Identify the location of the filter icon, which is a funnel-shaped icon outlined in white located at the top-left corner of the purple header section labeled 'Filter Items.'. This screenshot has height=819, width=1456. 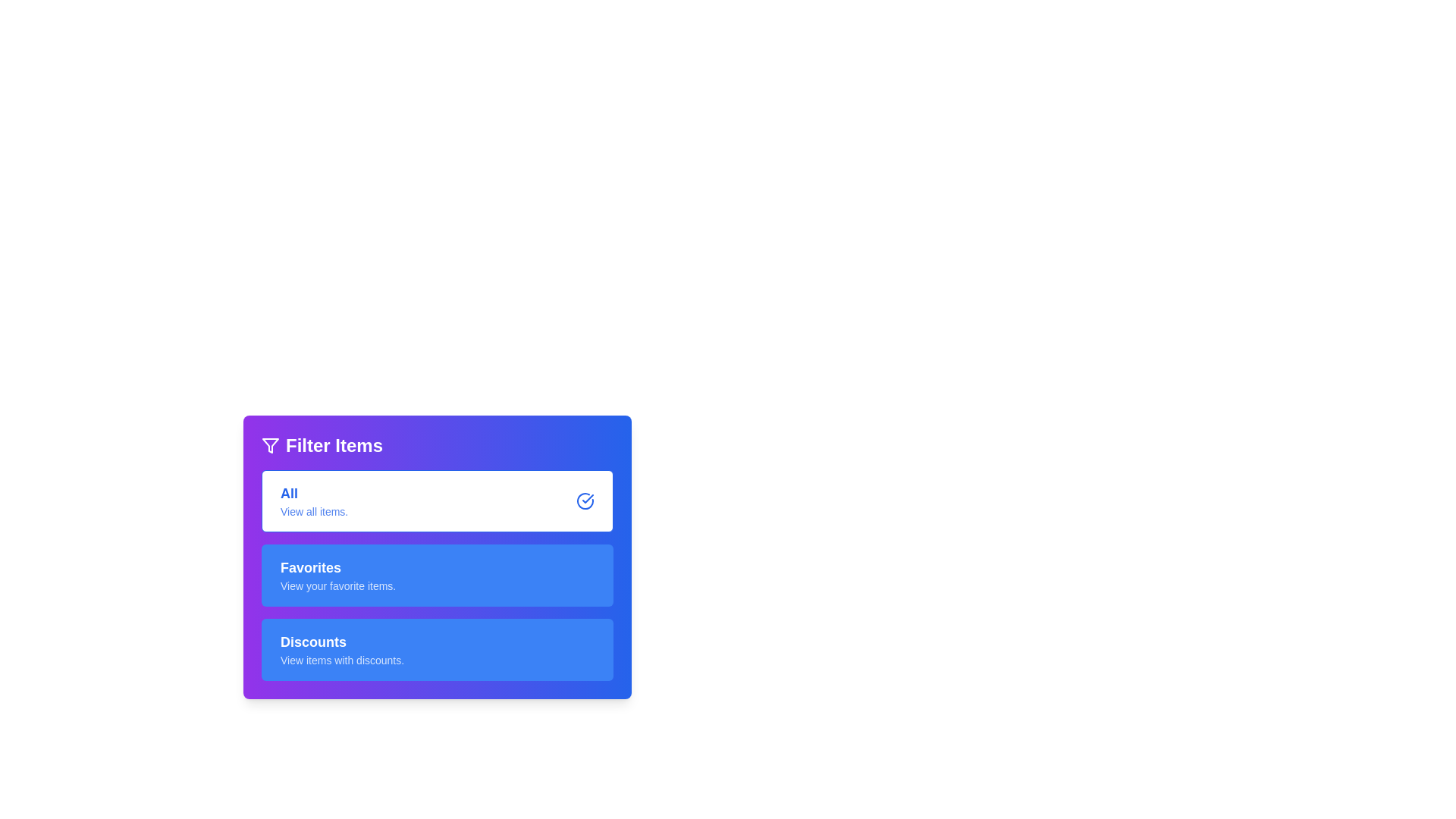
(270, 444).